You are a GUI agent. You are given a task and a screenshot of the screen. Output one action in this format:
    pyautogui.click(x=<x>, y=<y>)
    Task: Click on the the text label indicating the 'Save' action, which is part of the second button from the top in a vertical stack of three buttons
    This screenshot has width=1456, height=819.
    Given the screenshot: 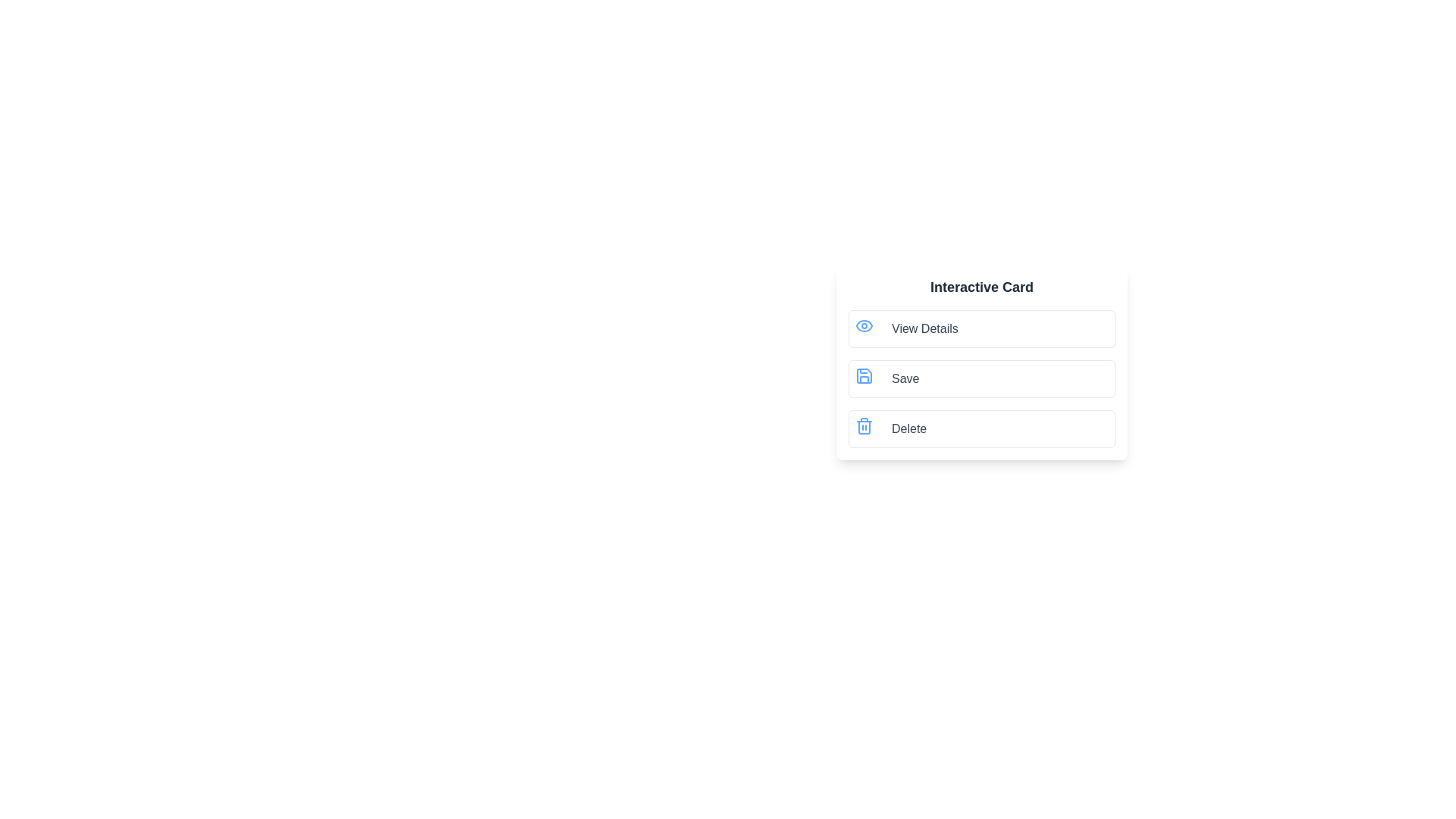 What is the action you would take?
    pyautogui.click(x=905, y=378)
    